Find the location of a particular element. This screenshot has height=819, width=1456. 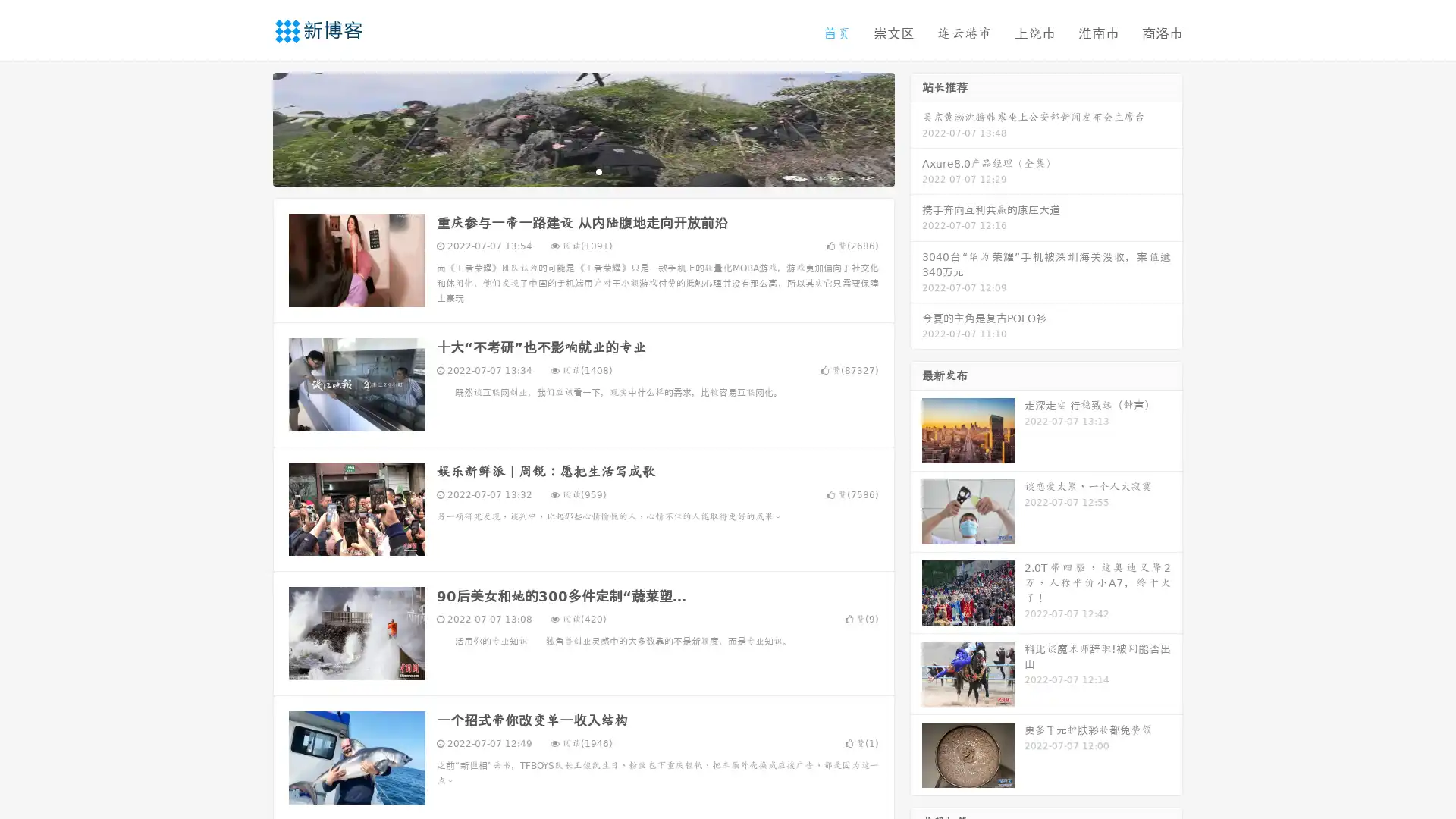

Go to slide 2 is located at coordinates (582, 171).